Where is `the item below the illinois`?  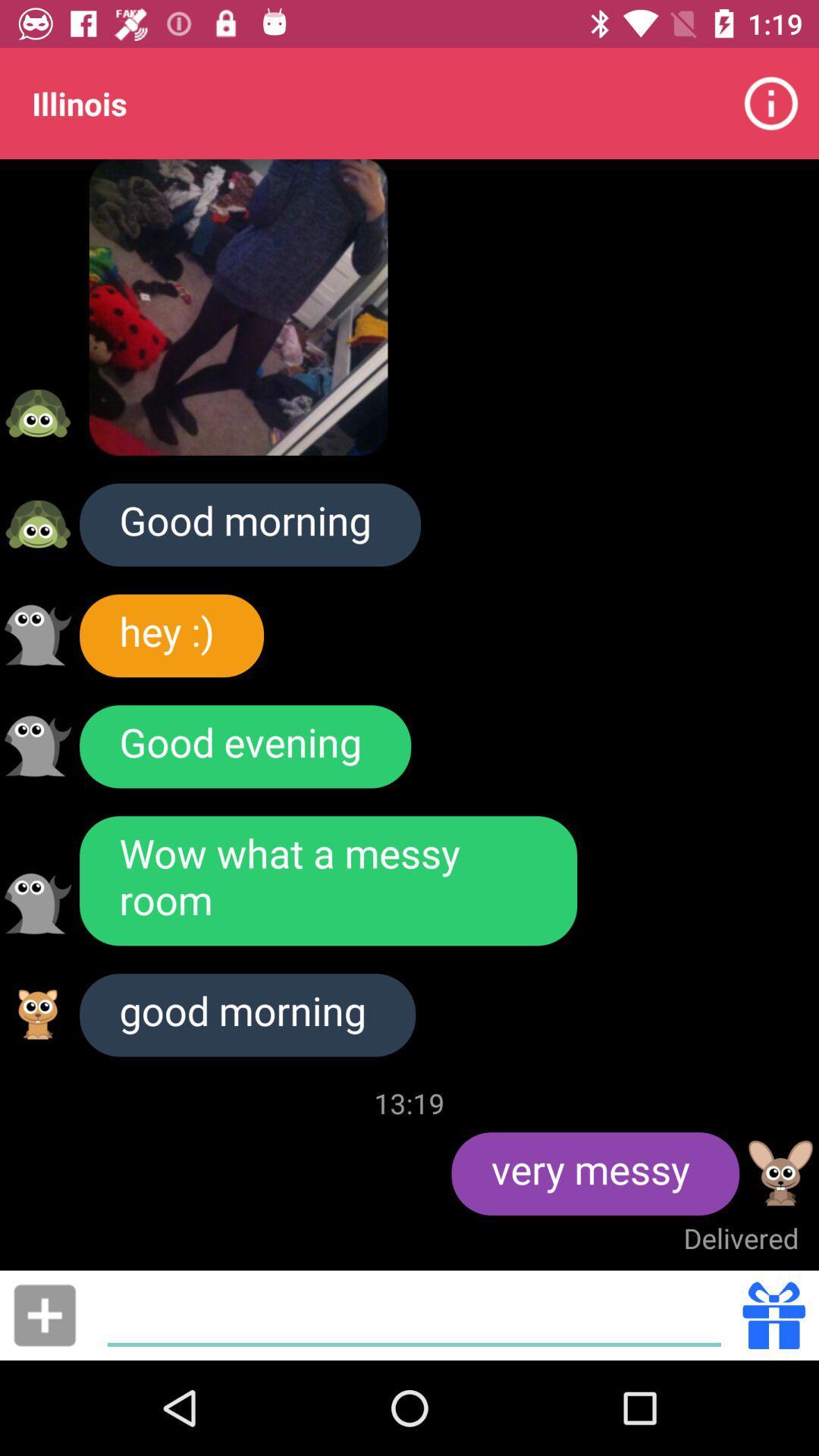
the item below the illinois is located at coordinates (239, 306).